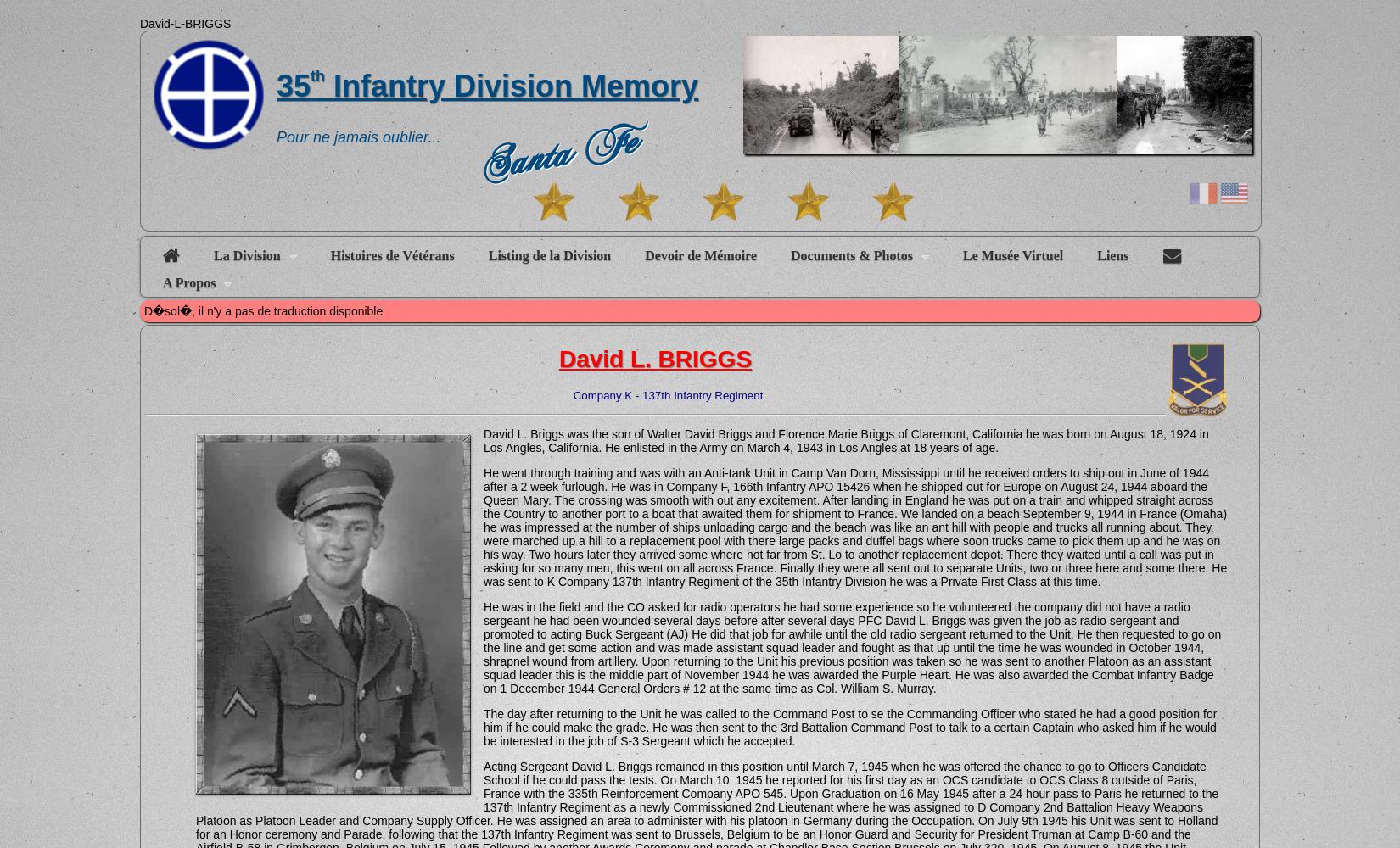 The height and width of the screenshot is (848, 1400). Describe the element at coordinates (850, 726) in the screenshot. I see `'The day after returning to the Unit he was called to the Command Post to se the Commanding Officer who stated he had a good position for him if he could make the grade. He was then sent to the 3rd Battalion Command Post to talk to a certain Captain who asked him if he would be interested in the job of S-3 Sergeant which he accepted.'` at that location.